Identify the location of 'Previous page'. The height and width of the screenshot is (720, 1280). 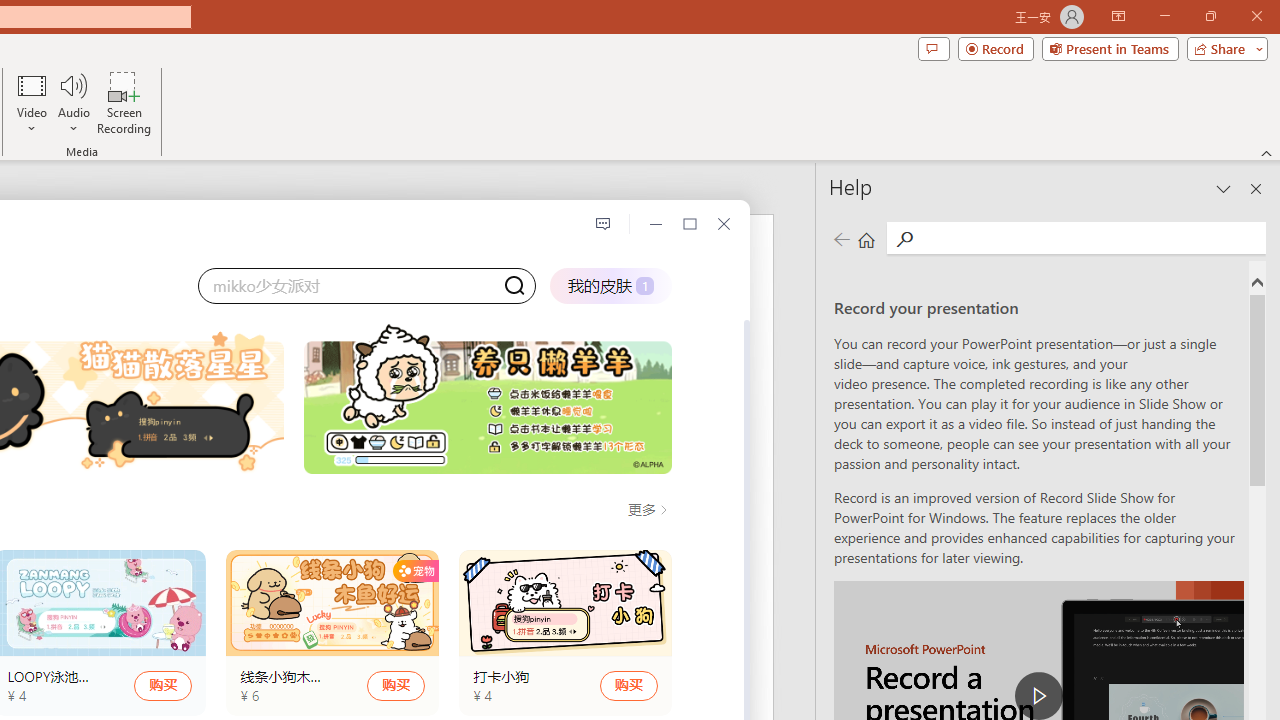
(841, 238).